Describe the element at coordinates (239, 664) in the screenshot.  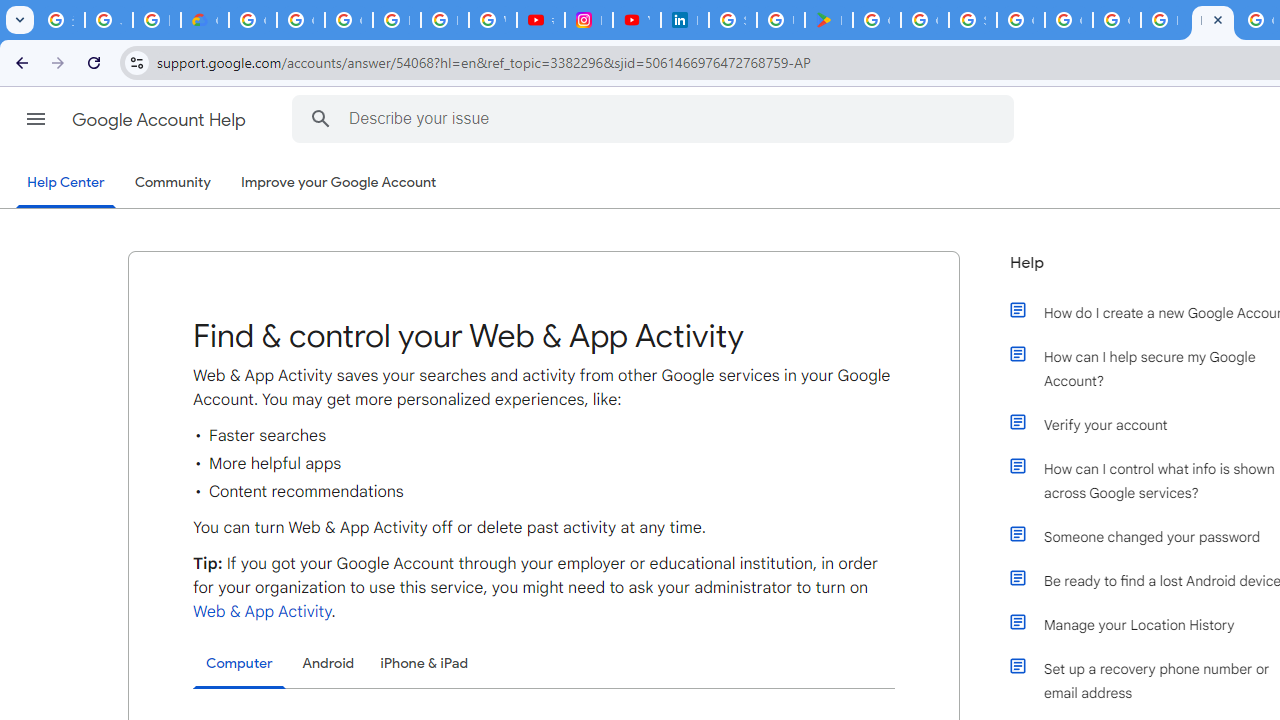
I see `'Computer'` at that location.